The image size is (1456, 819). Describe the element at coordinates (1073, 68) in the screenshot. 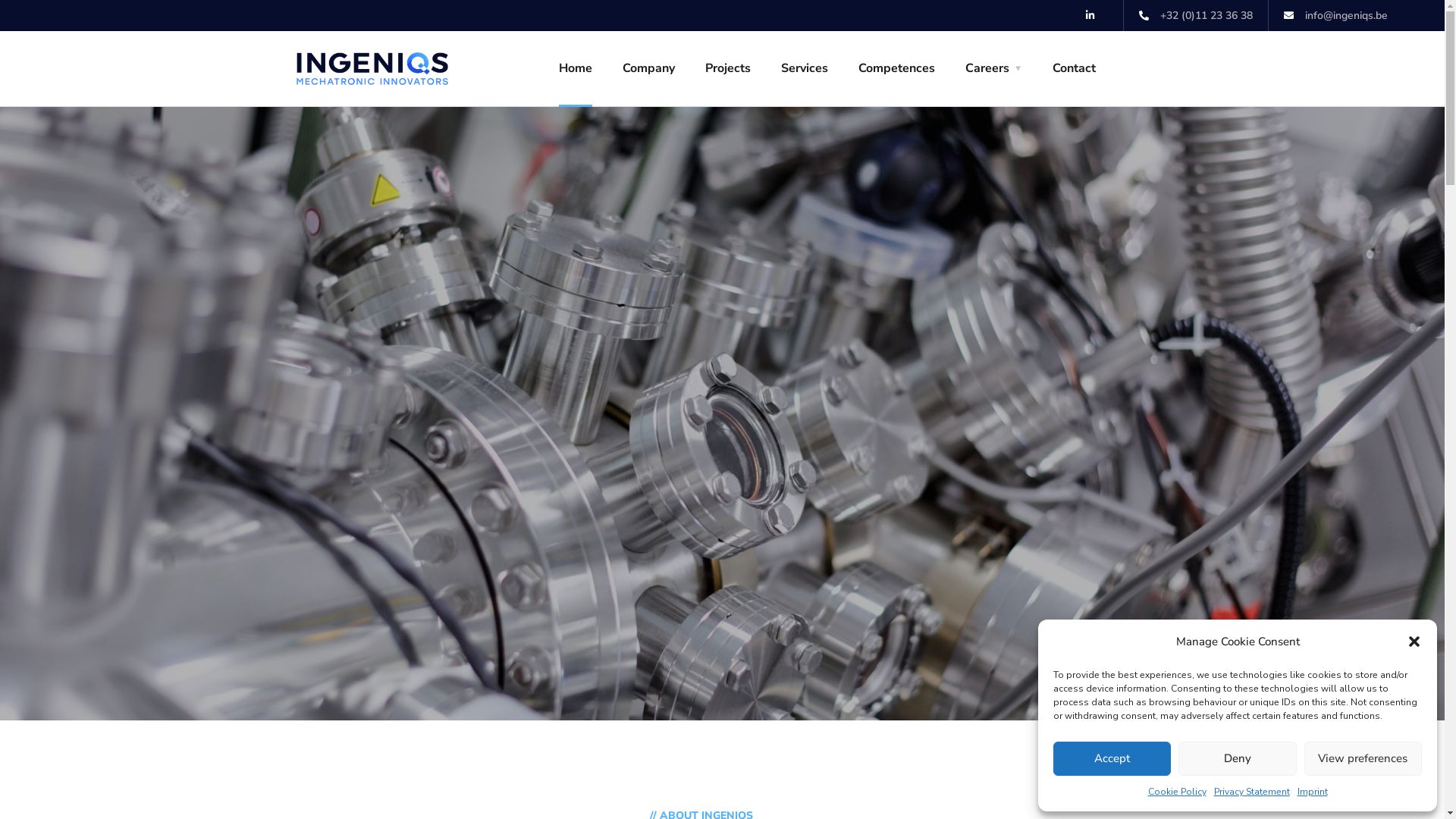

I see `'Contact'` at that location.